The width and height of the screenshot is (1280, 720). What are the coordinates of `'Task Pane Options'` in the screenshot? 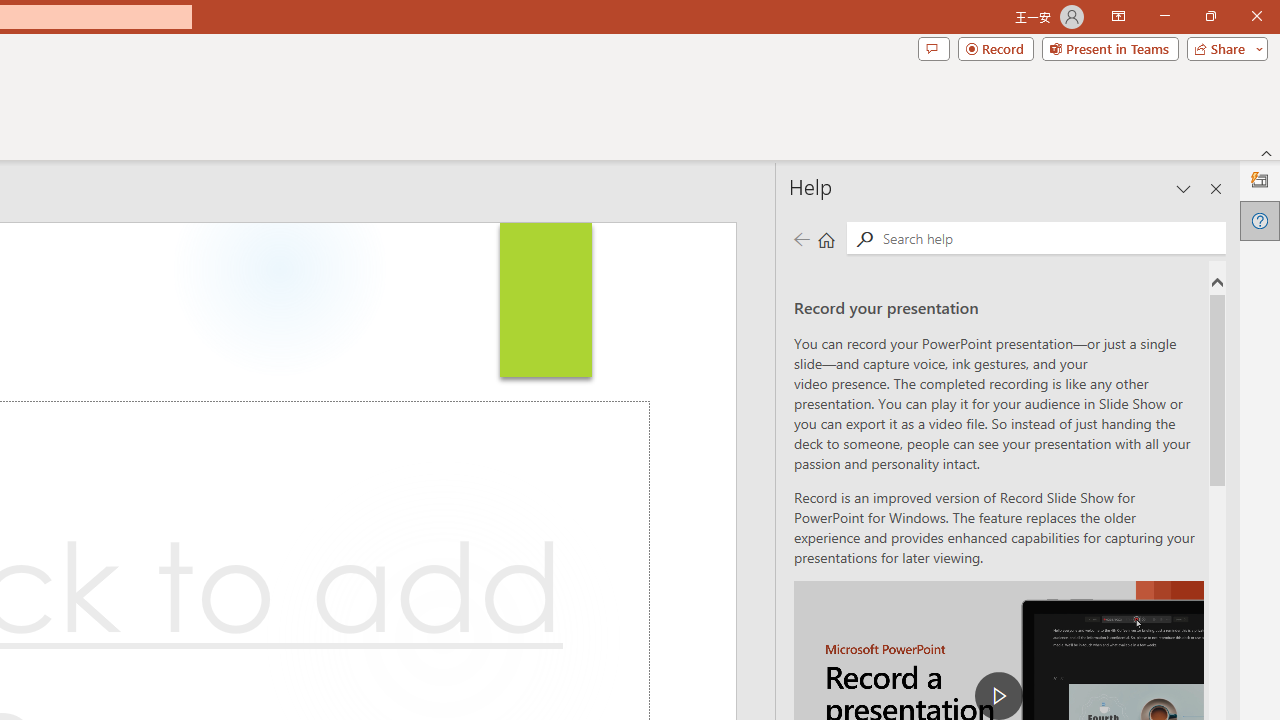 It's located at (1184, 189).